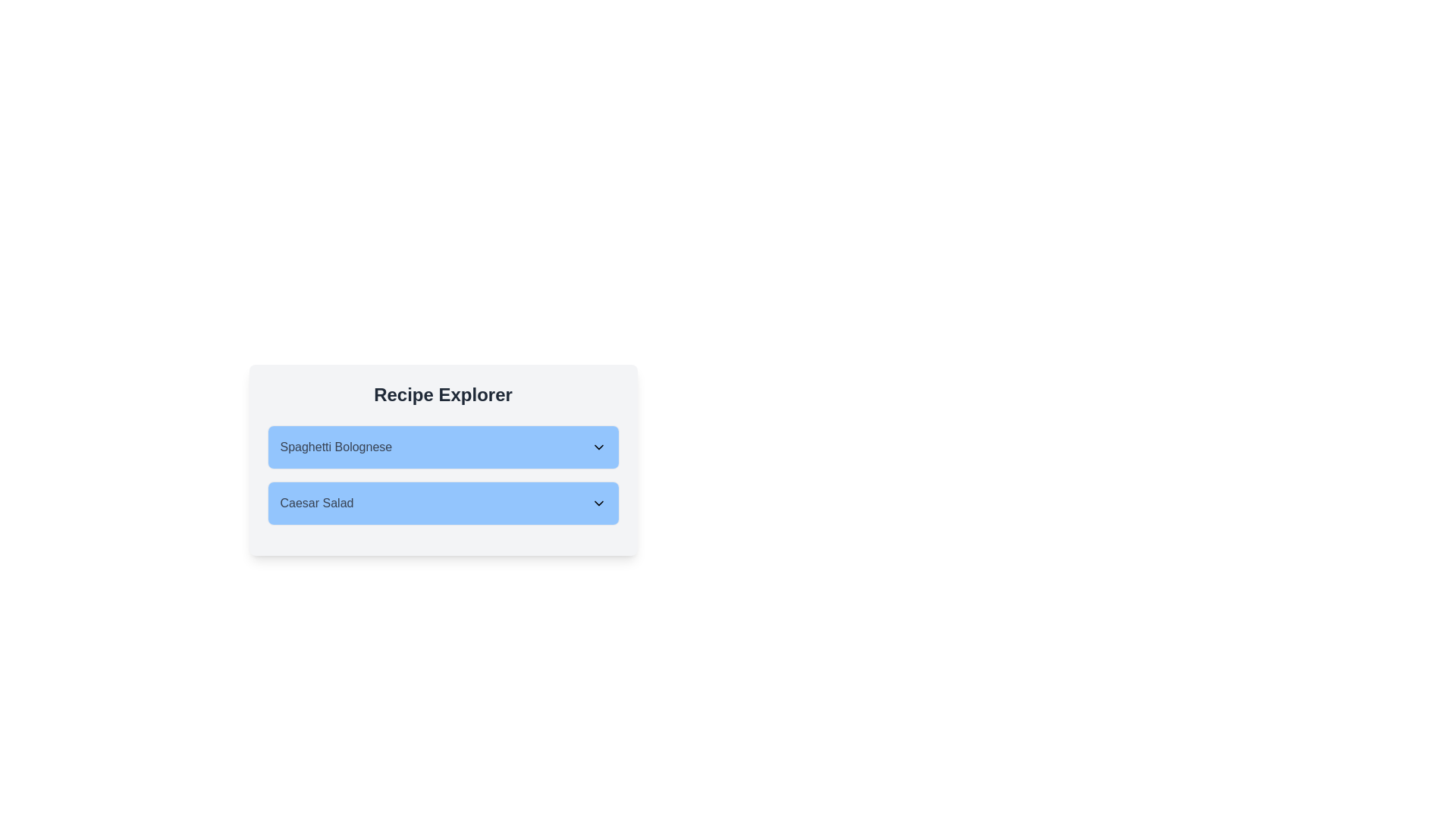 This screenshot has height=819, width=1456. I want to click on the first item in the dropdown list labeled 'Spaghetti Bolognese', so click(442, 447).